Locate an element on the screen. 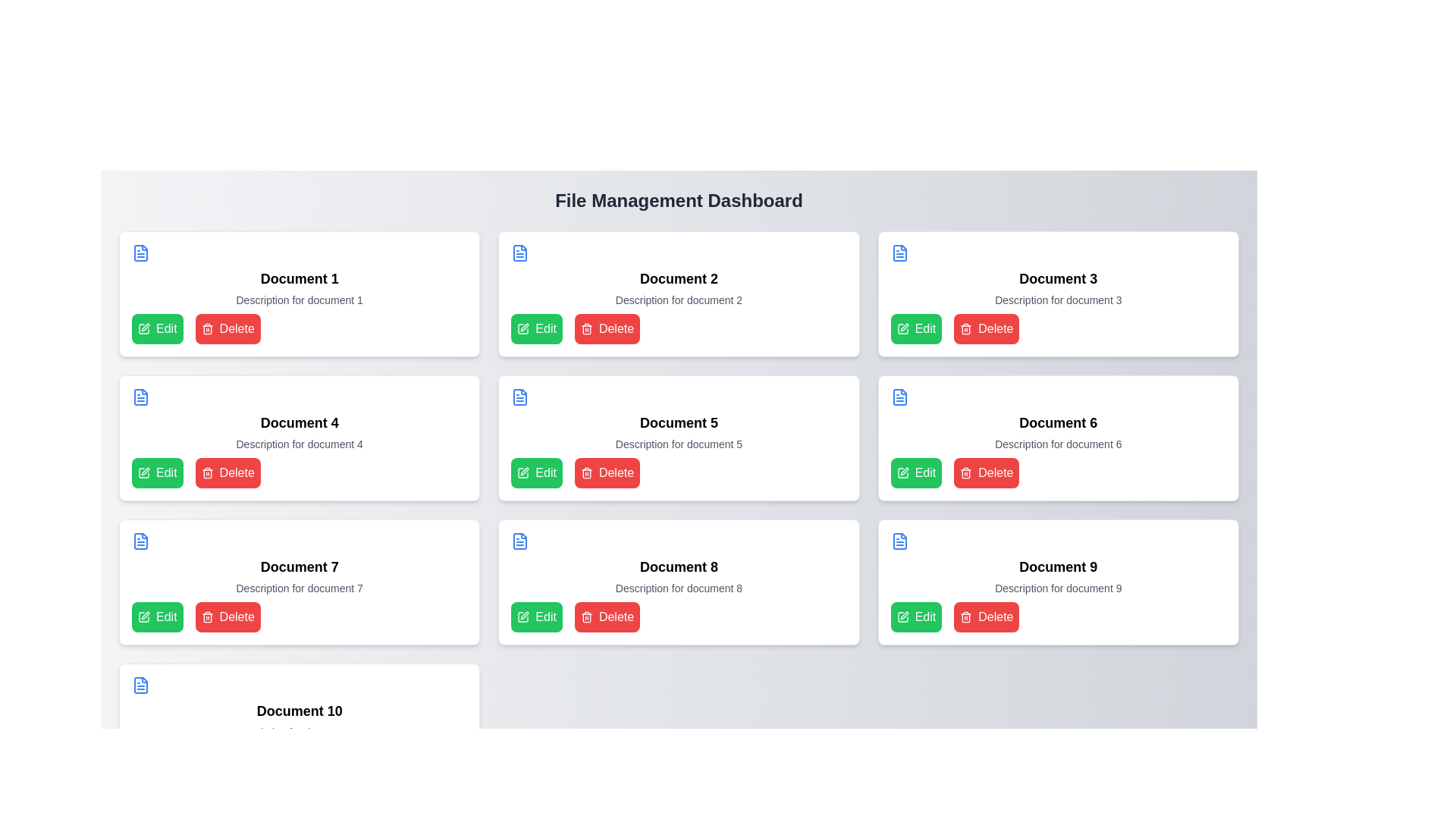 The image size is (1456, 819). the pen icon with a square outline and a pen figure, which is part of the 'Edit' button on a document management card, located in the grid layout is located at coordinates (902, 472).